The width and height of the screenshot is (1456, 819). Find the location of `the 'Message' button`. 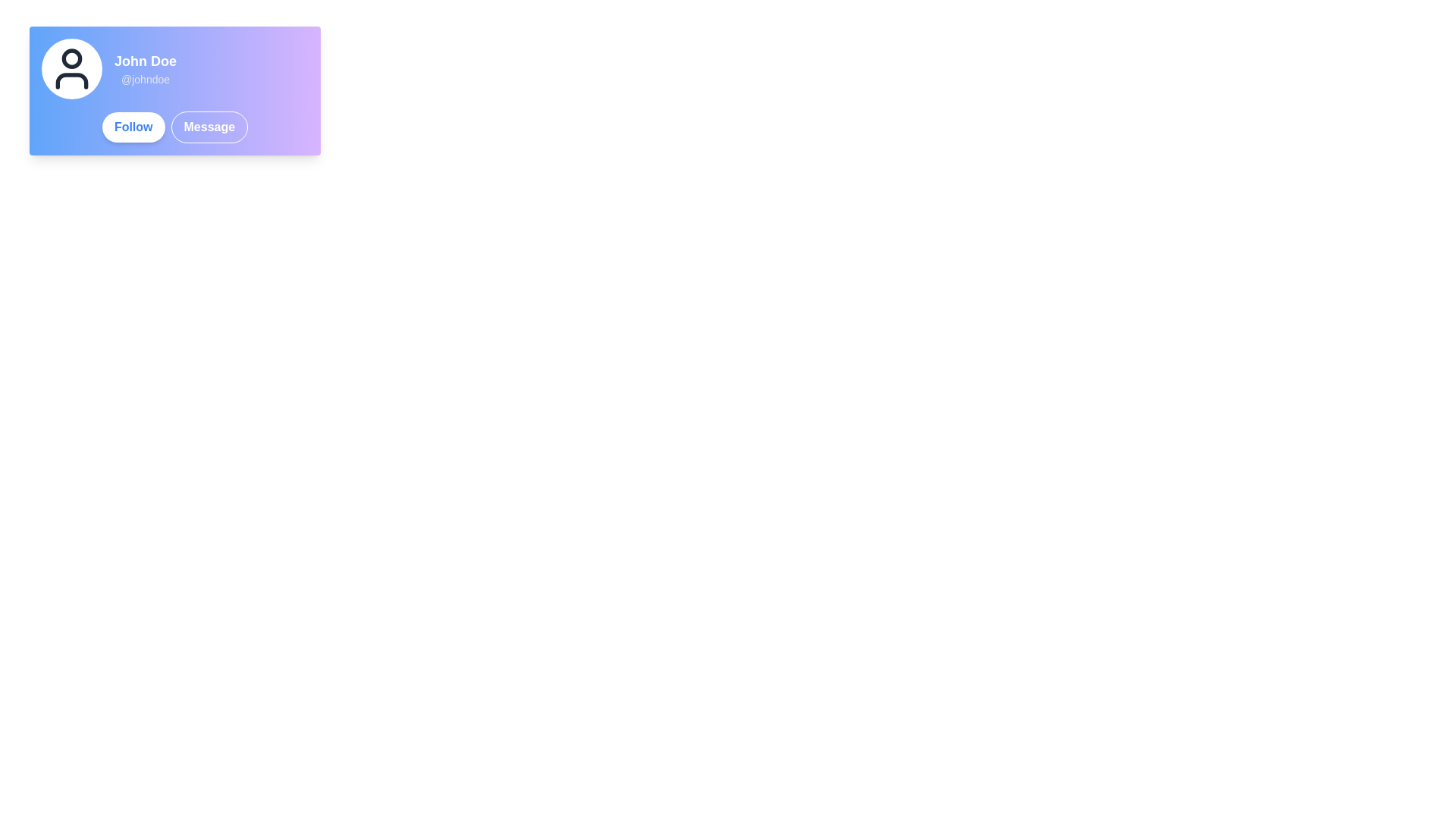

the 'Message' button is located at coordinates (209, 127).